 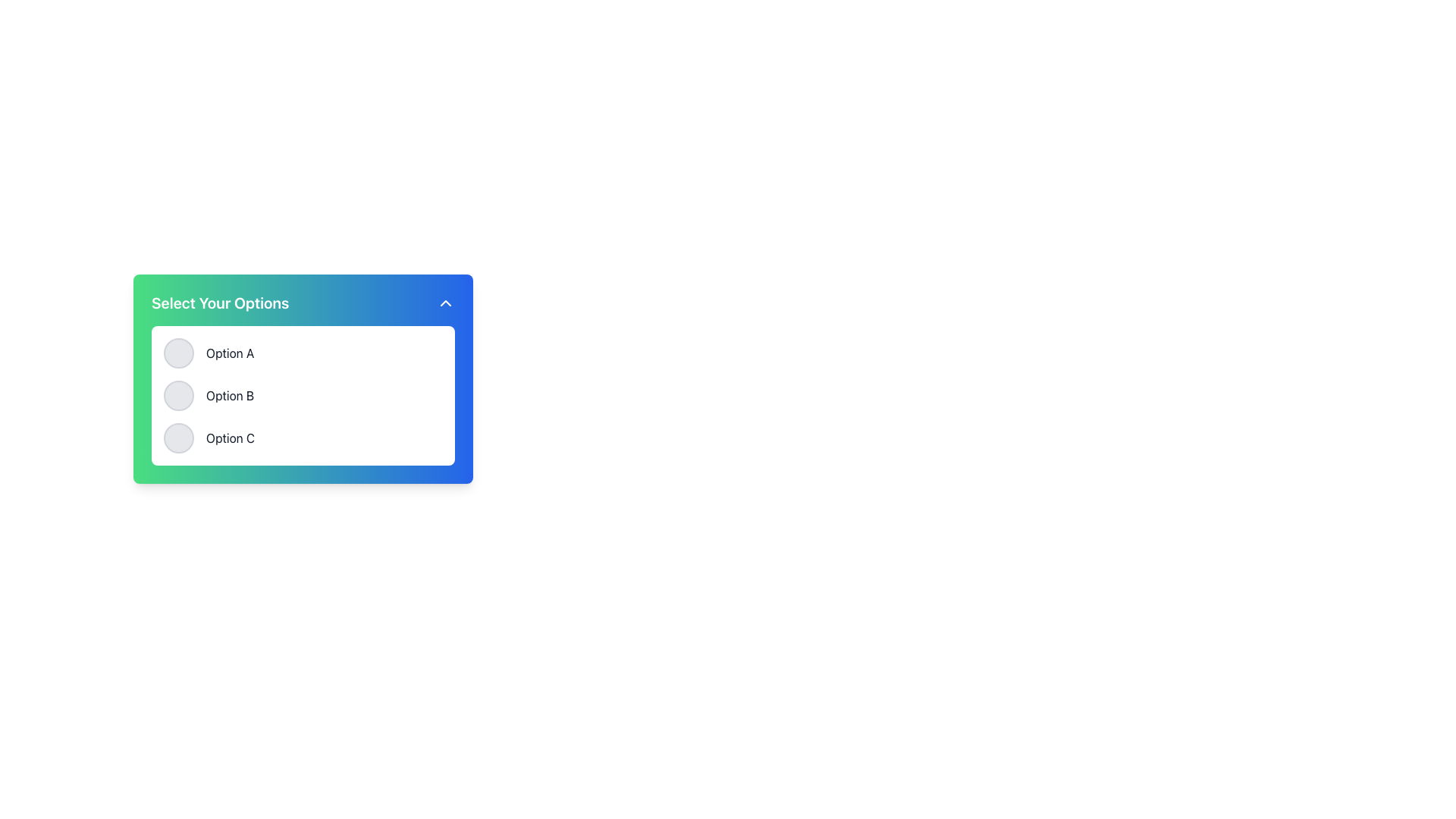 I want to click on the toggle button located on the right side of the header bar, next to the text 'Select Your Options', so click(x=445, y=303).